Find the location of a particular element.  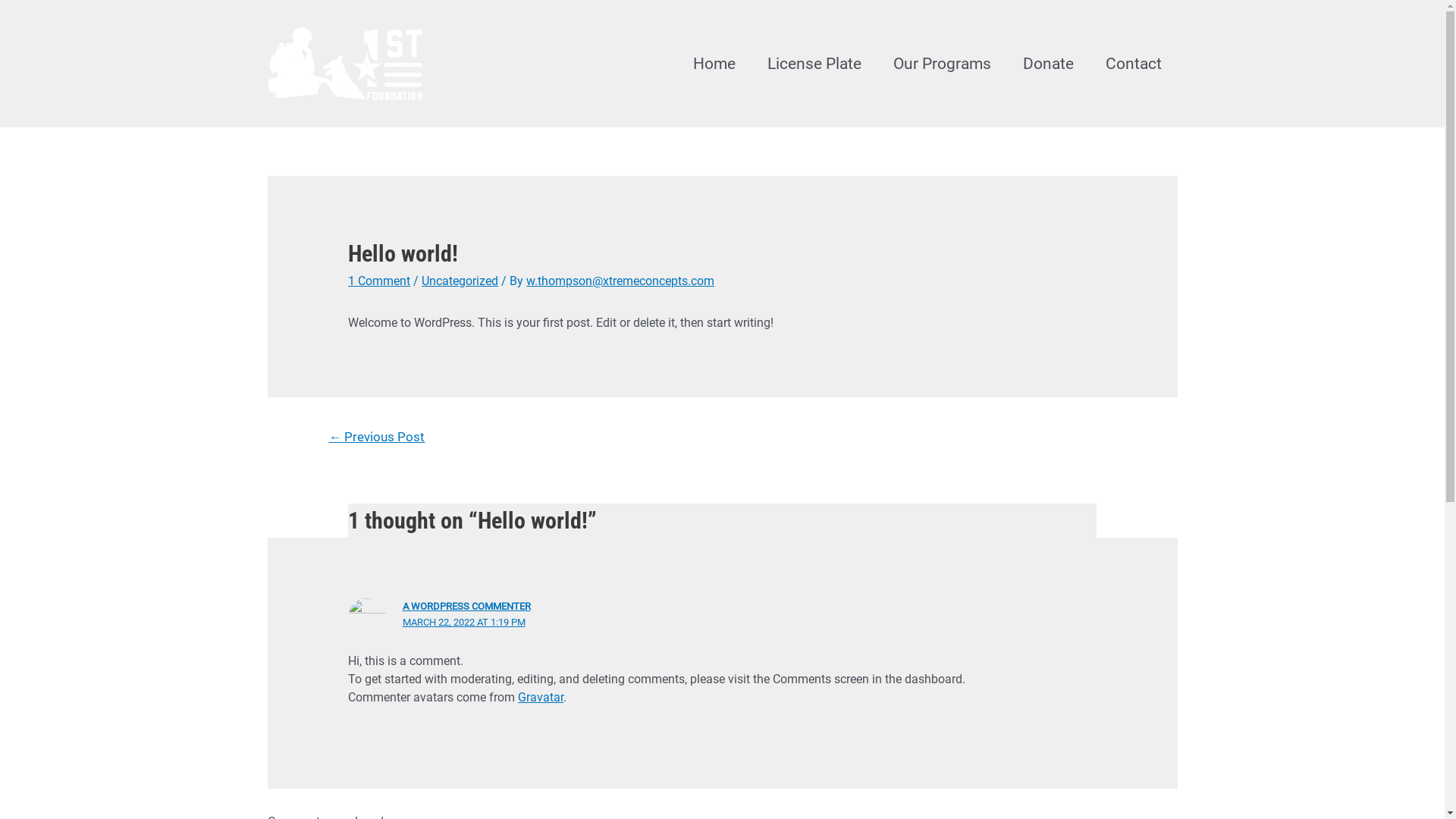

'1 Comment' is located at coordinates (347, 281).